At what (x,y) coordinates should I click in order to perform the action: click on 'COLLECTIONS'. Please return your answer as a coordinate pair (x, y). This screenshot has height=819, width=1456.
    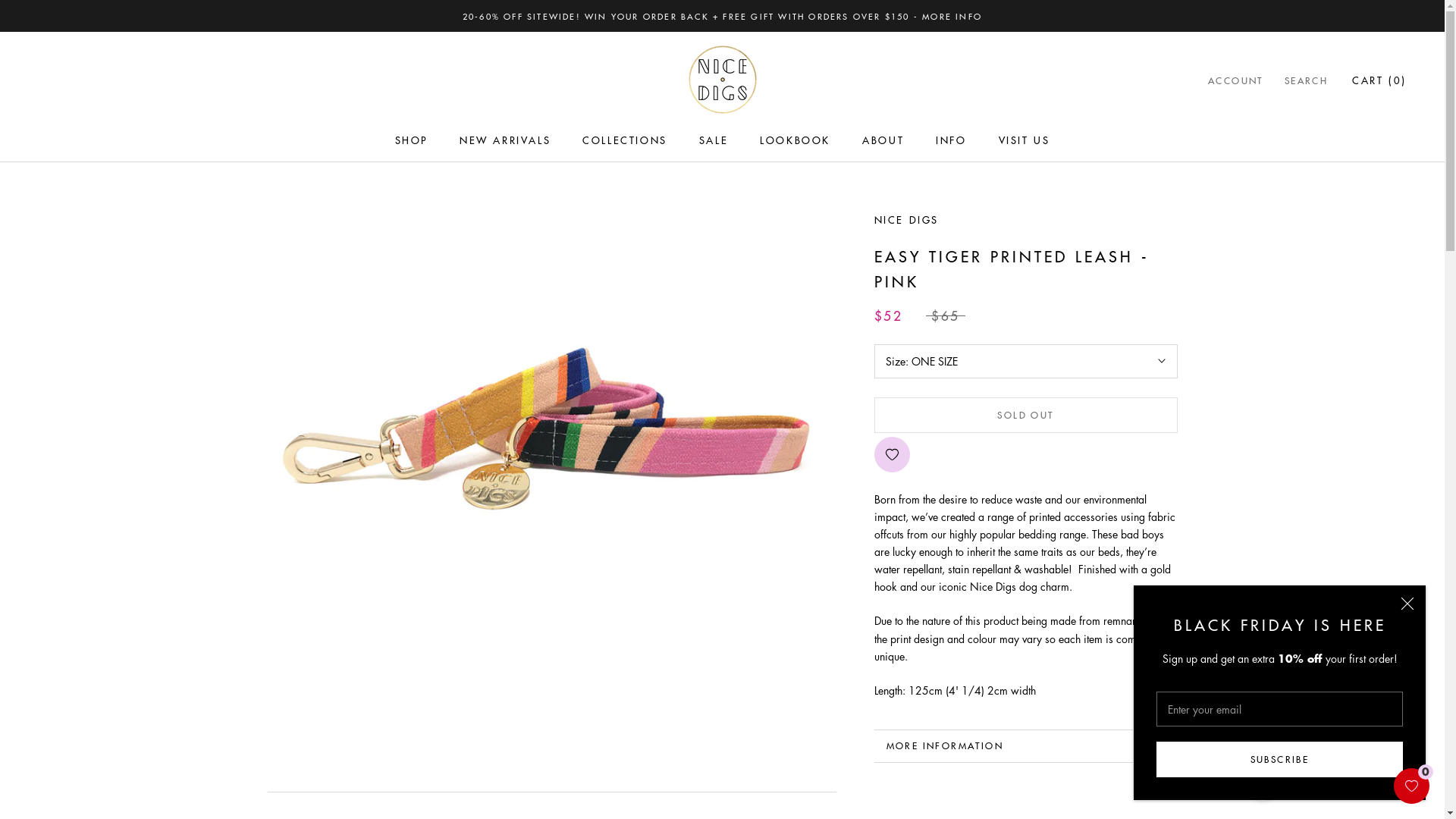
    Looking at the image, I should click on (625, 140).